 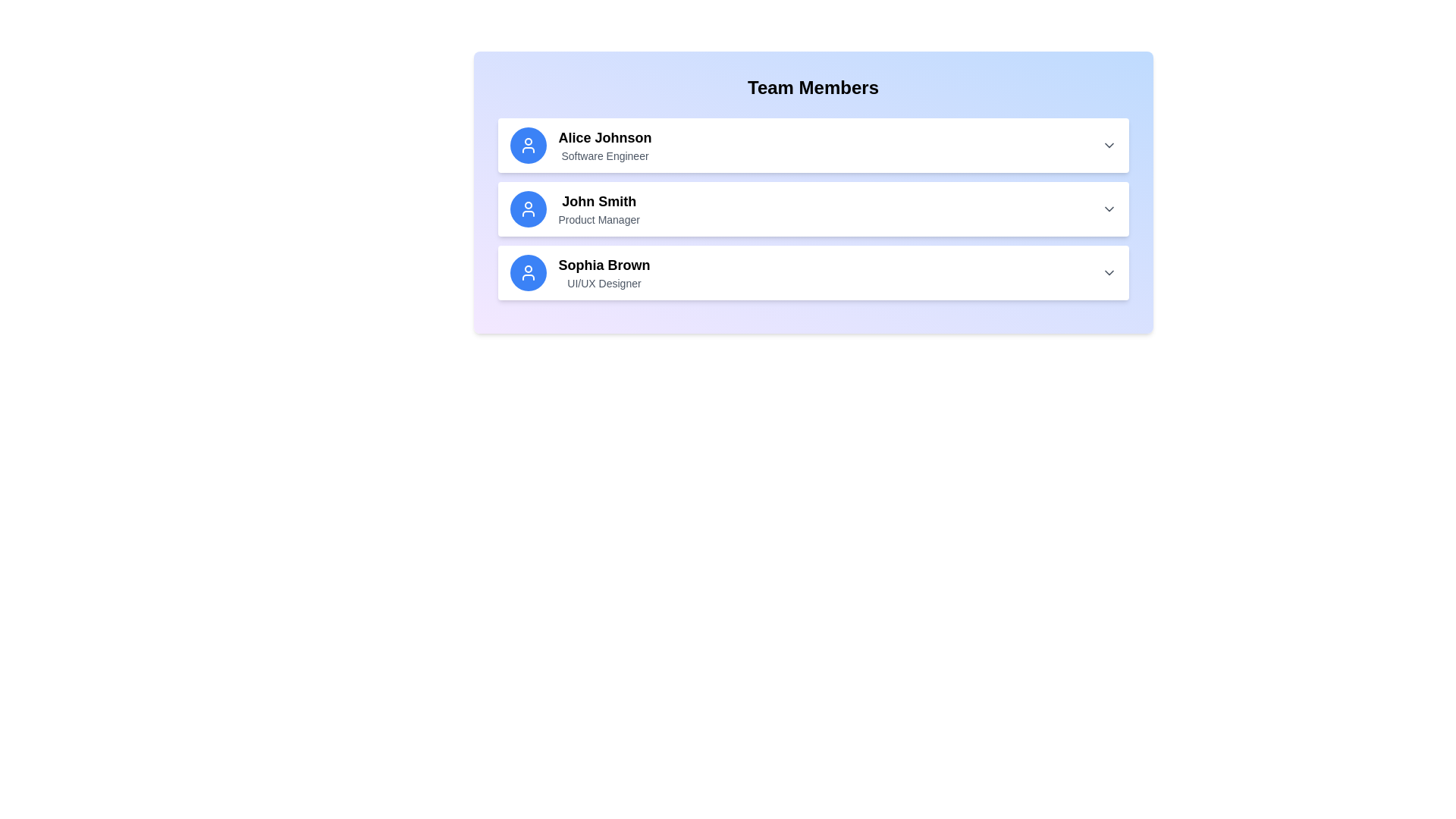 I want to click on the profile icon representing 'Sophia Brown' located within a circular blue button on the left side of the third group of team members, so click(x=528, y=271).